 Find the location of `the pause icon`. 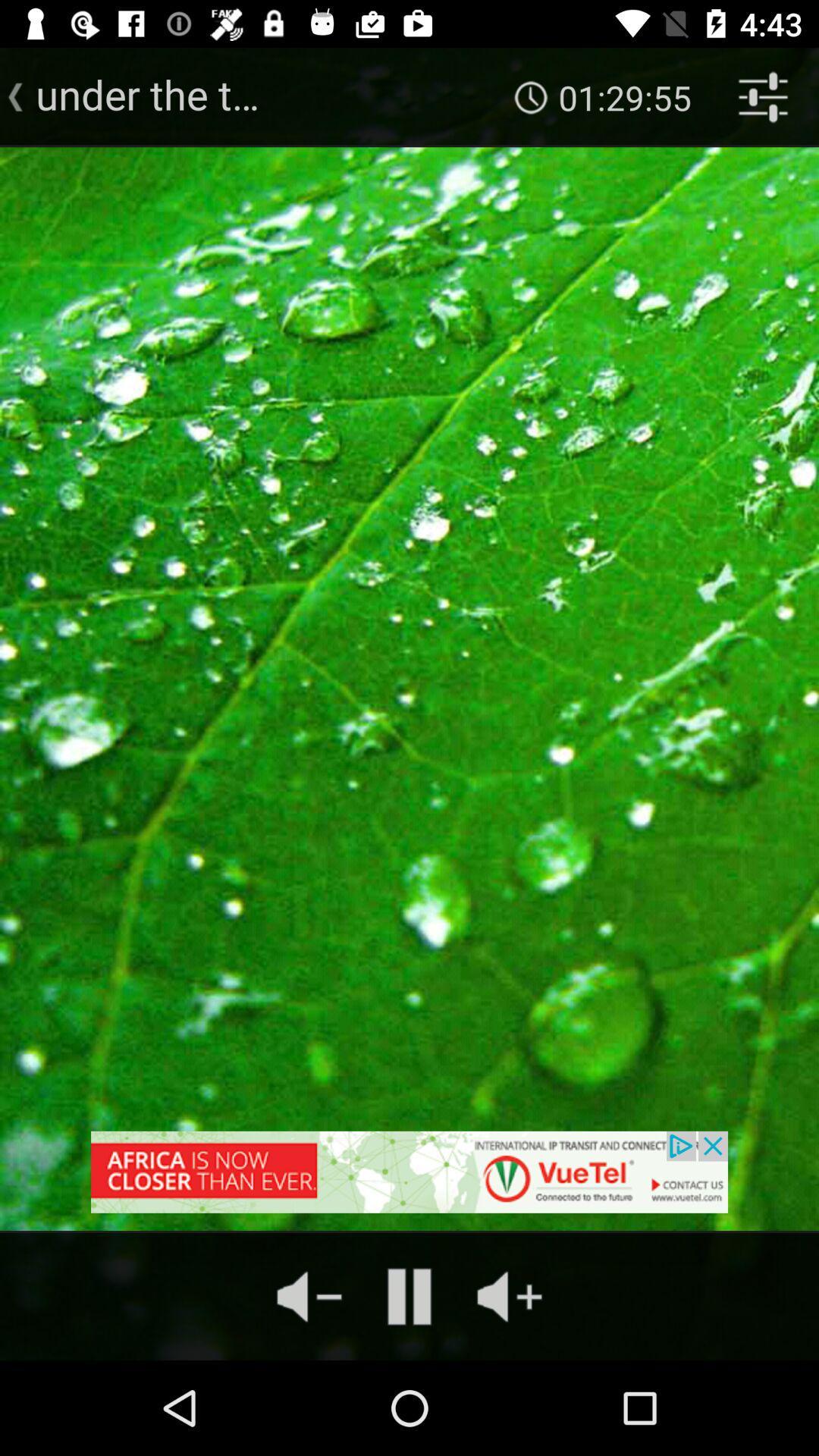

the pause icon is located at coordinates (409, 1295).